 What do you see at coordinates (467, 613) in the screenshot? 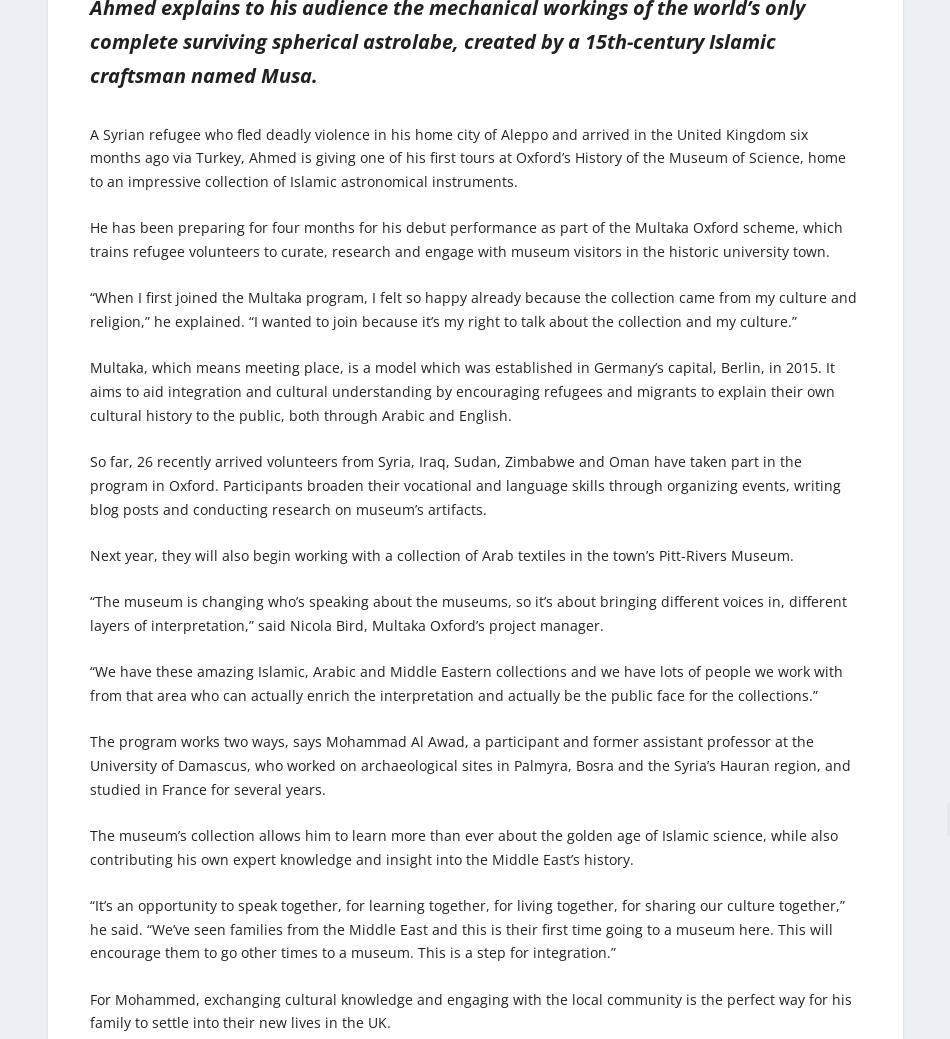
I see `'“The museum is changing who’s speaking about the museums, so it’s about bringing different voices in, different layers of interpretation,” said Nicola Bird, Multaka Oxford’s project manager.'` at bounding box center [467, 613].